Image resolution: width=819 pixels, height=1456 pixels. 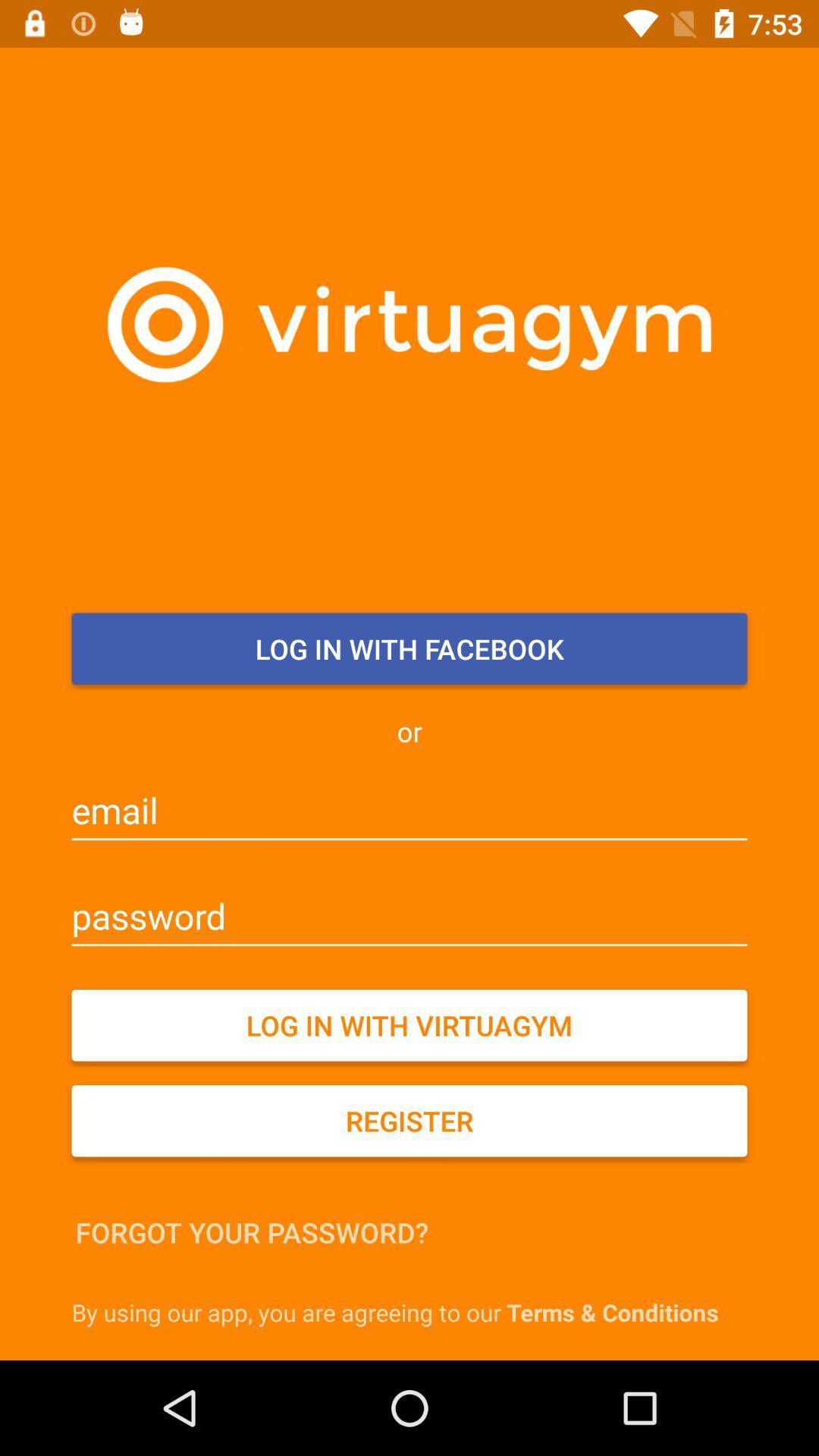 I want to click on the register item, so click(x=409, y=1121).